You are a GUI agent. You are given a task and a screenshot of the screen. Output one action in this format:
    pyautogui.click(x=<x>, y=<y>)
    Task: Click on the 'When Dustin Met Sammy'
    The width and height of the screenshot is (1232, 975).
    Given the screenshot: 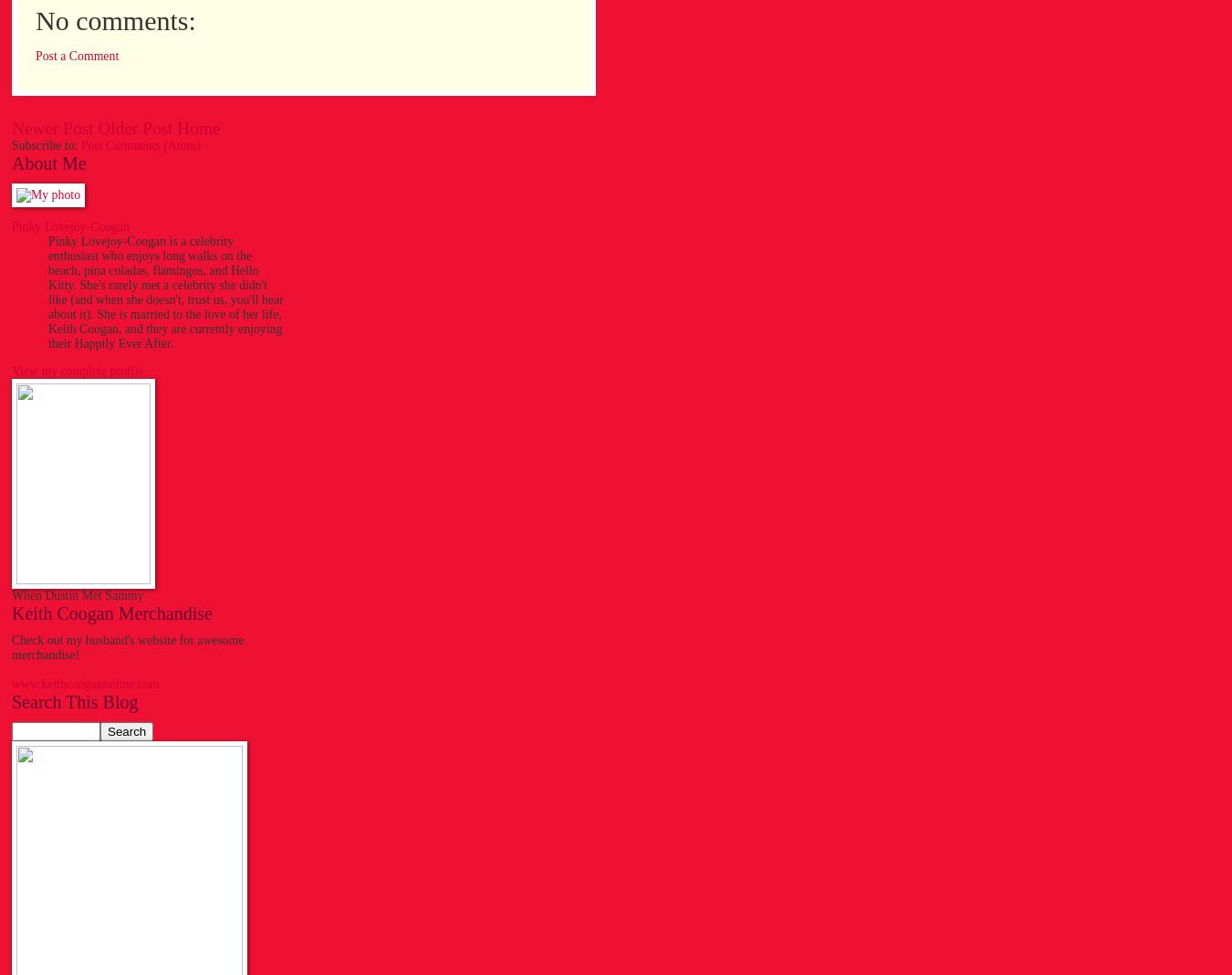 What is the action you would take?
    pyautogui.click(x=77, y=593)
    